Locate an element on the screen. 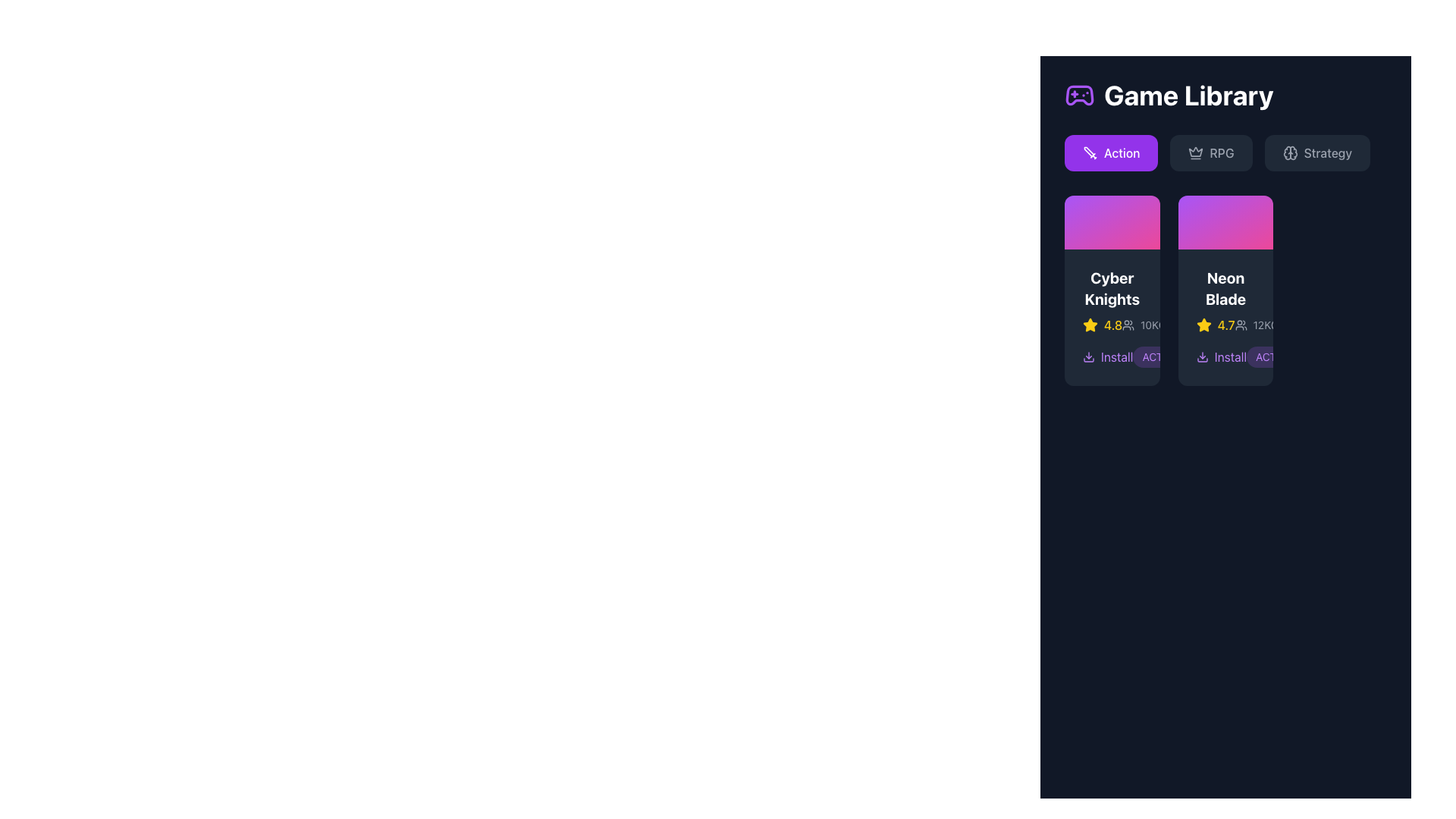 This screenshot has height=819, width=1456. the button styled as text for installing the game 'Neon Blade', located within the second card beneath the rating and next to the download icon is located at coordinates (1230, 356).